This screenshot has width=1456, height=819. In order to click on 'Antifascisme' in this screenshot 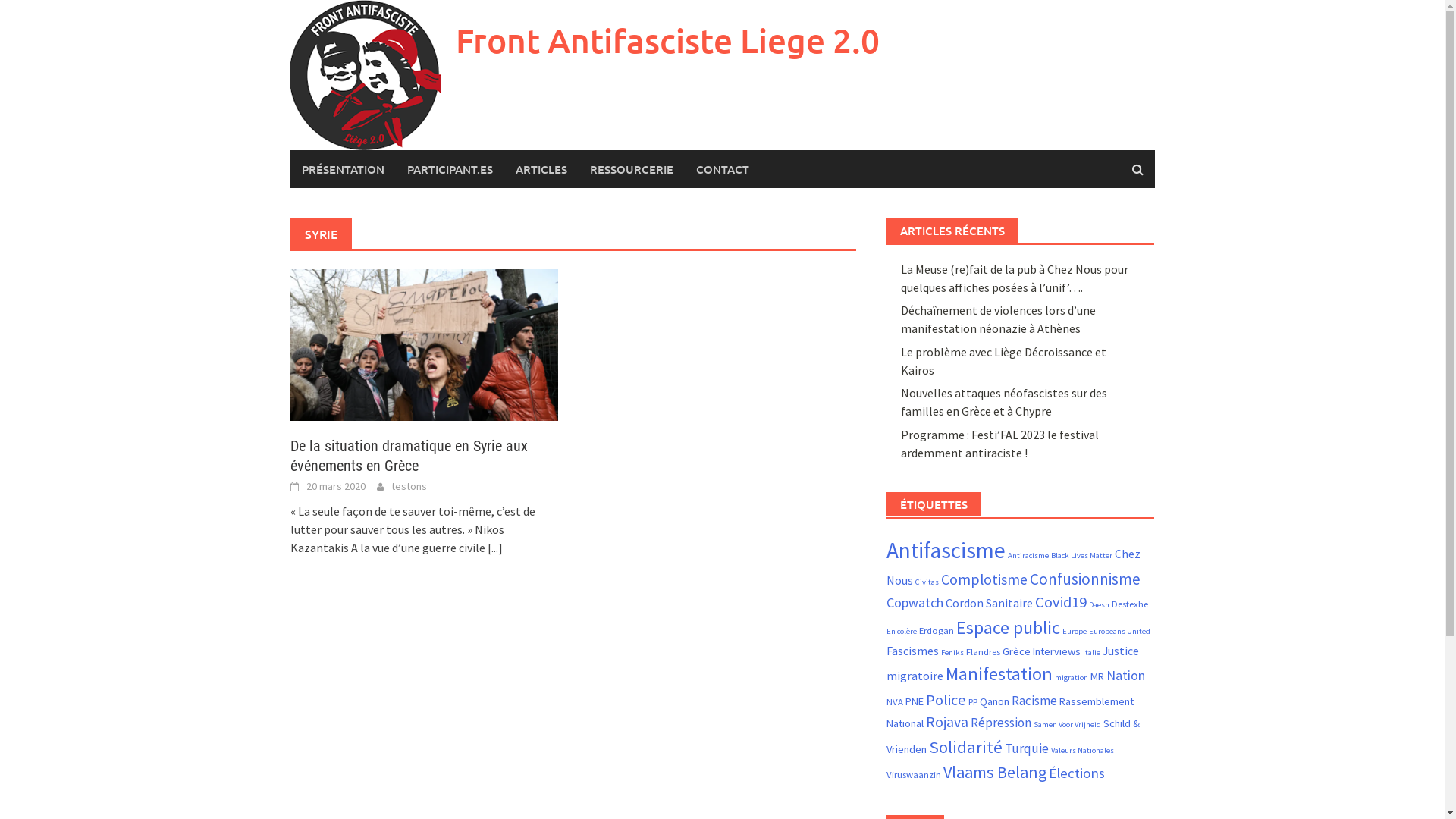, I will do `click(945, 550)`.